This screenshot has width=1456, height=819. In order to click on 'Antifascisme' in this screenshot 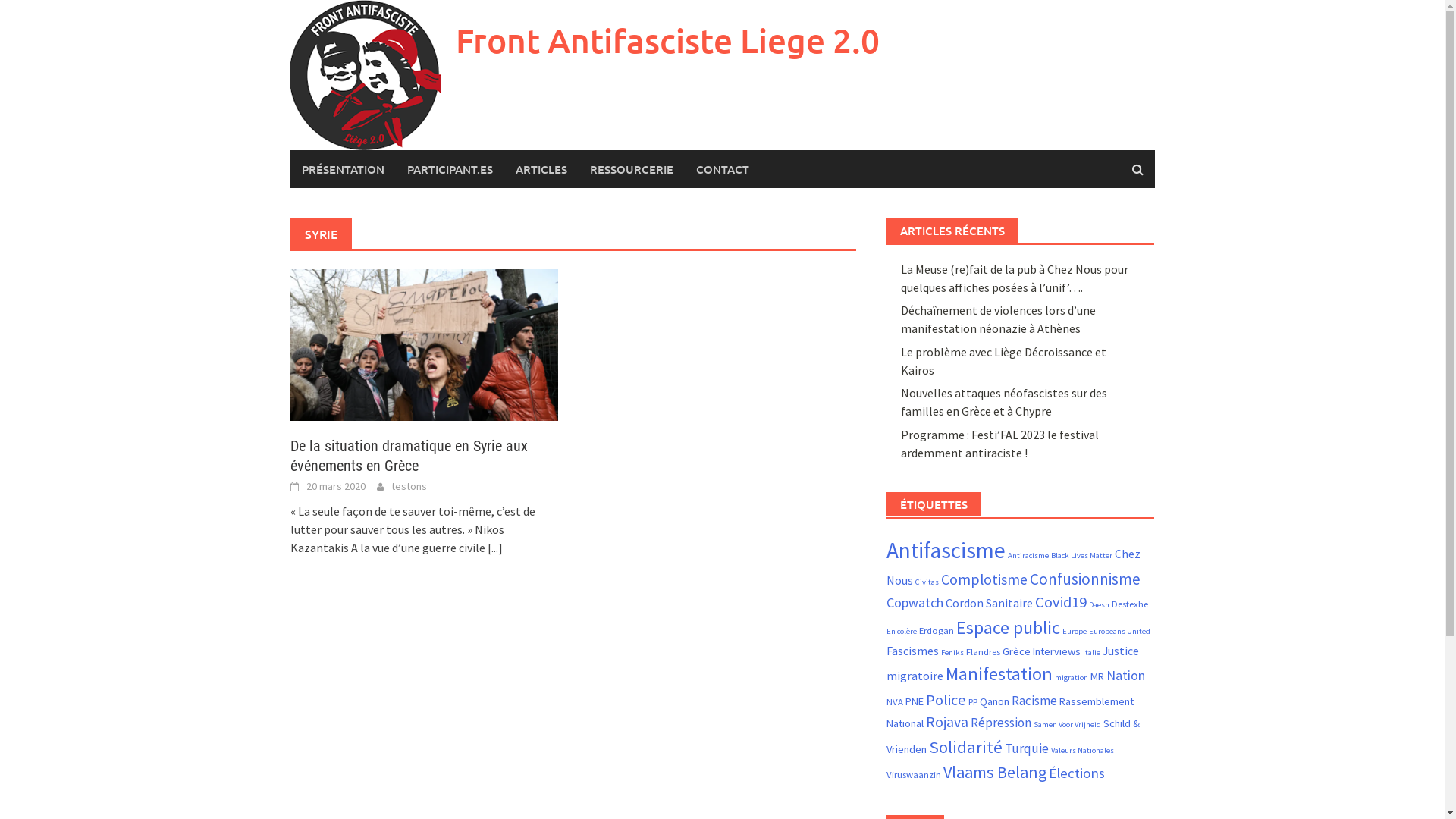, I will do `click(945, 550)`.